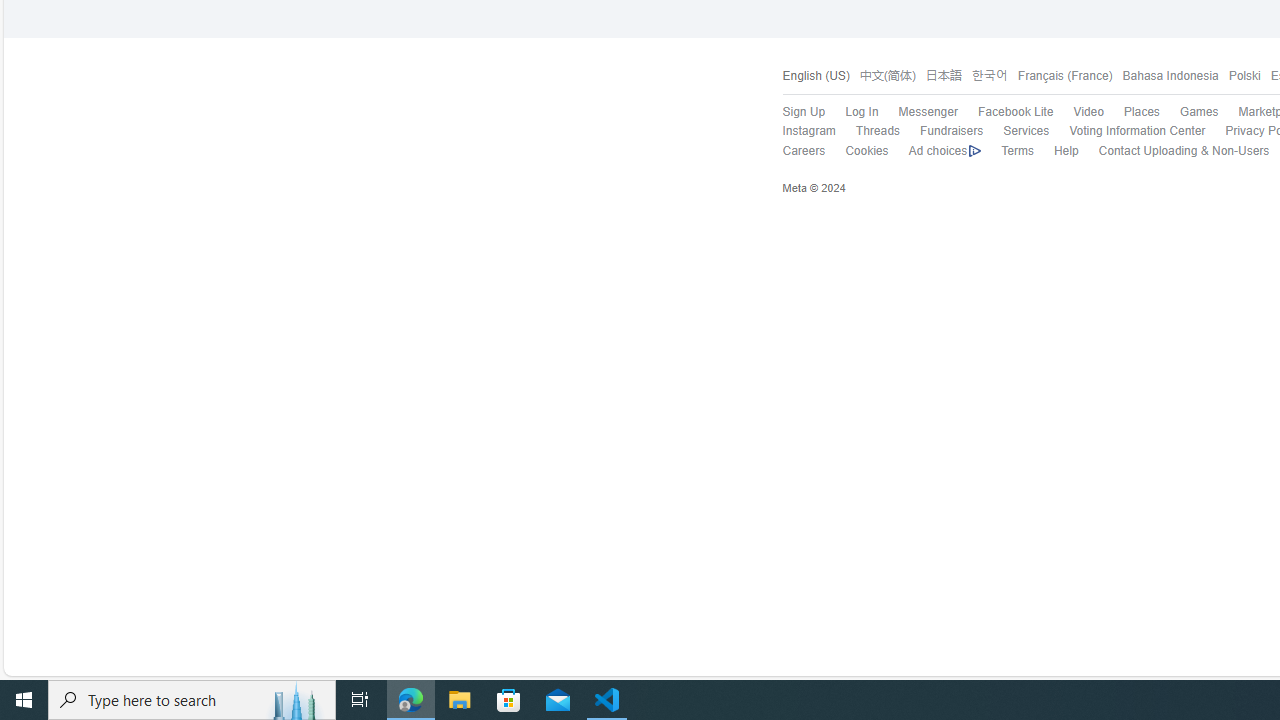  What do you see at coordinates (1065, 149) in the screenshot?
I see `'Help'` at bounding box center [1065, 149].